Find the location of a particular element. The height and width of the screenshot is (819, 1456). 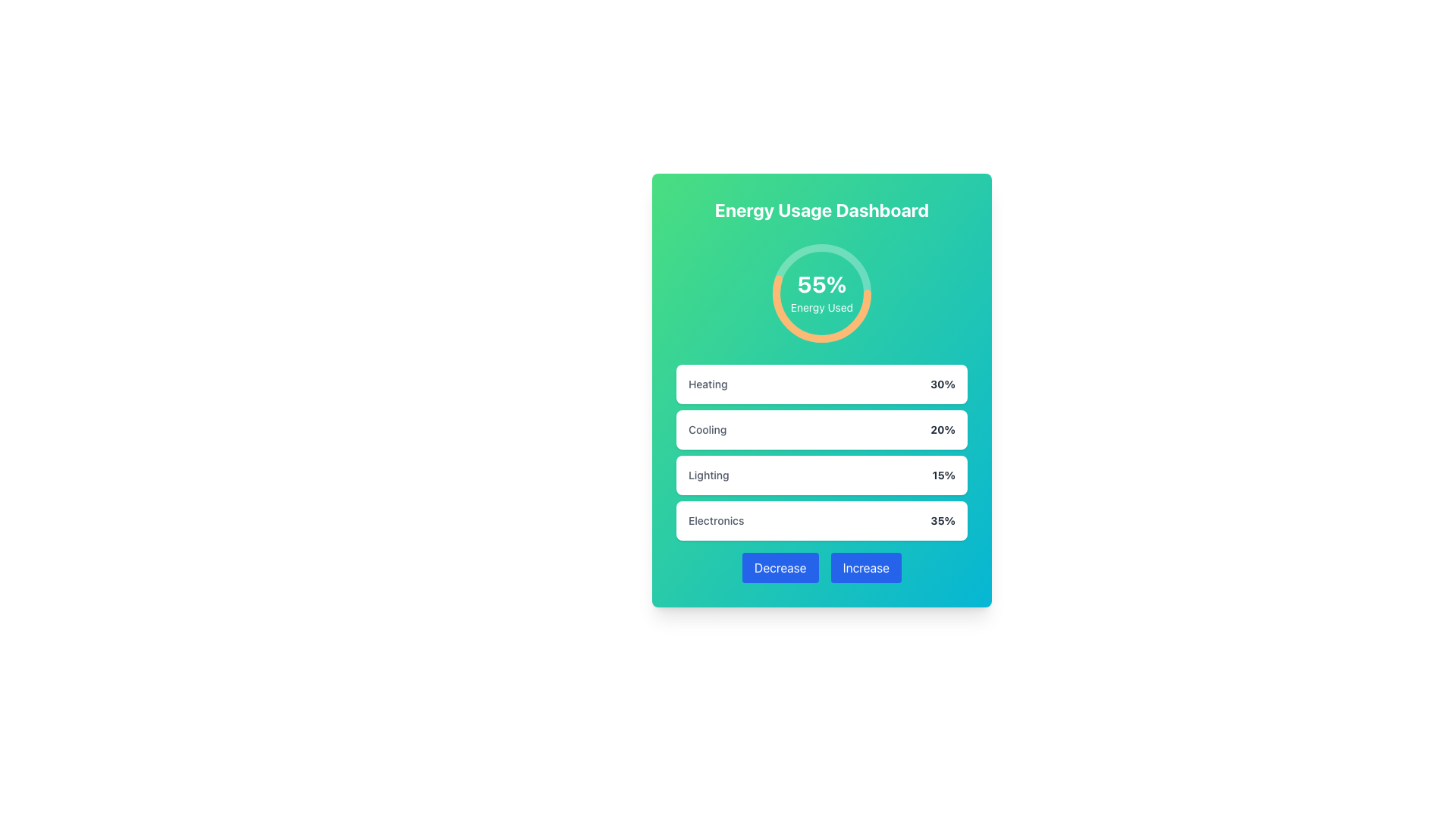

the 'Decrease' button, which has a blue background and white text, to initiate the scaling effect is located at coordinates (780, 567).